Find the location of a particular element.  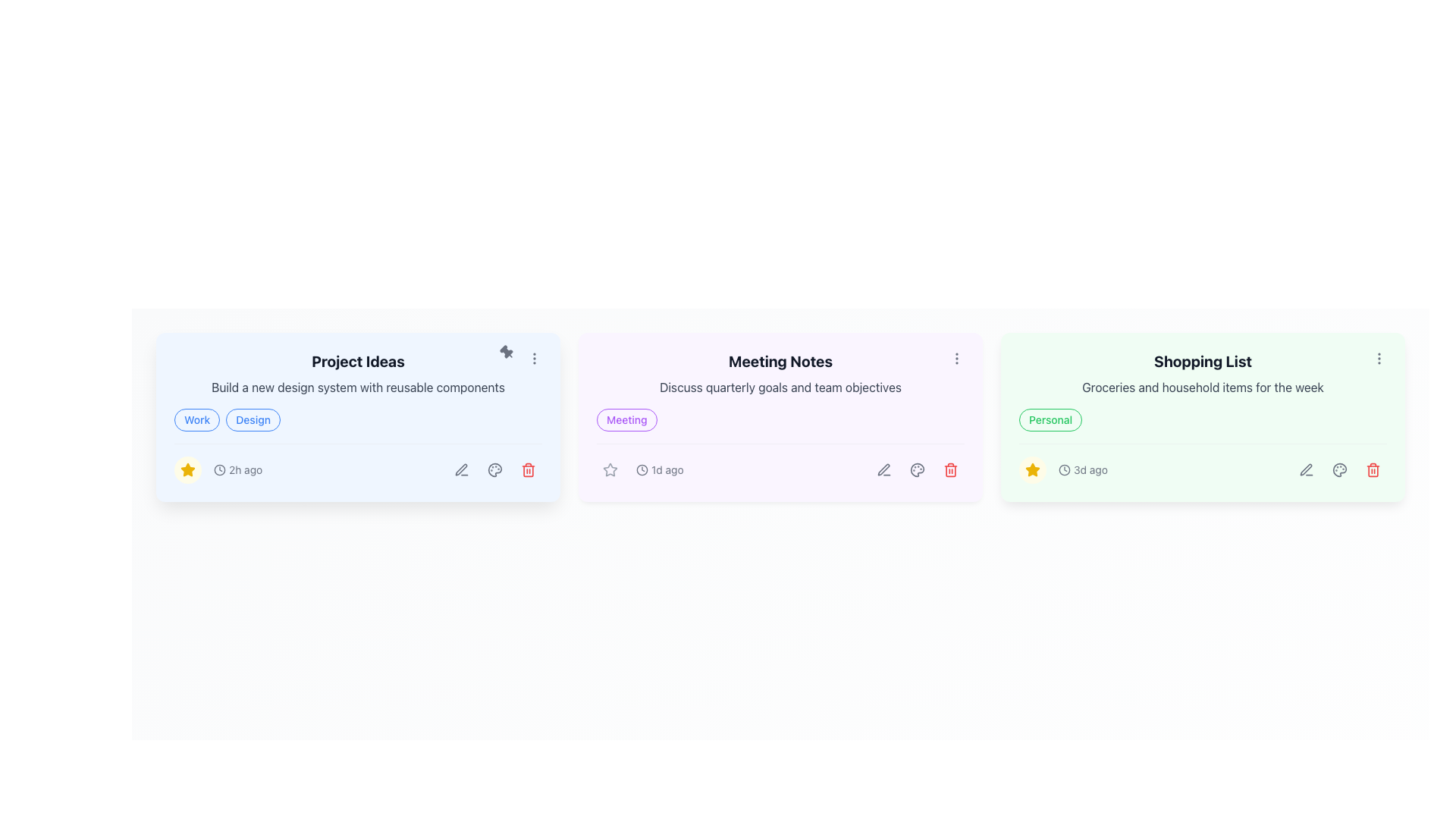

the pen icon button in the bottom-right area of the 'Meeting Notes' card is located at coordinates (884, 469).